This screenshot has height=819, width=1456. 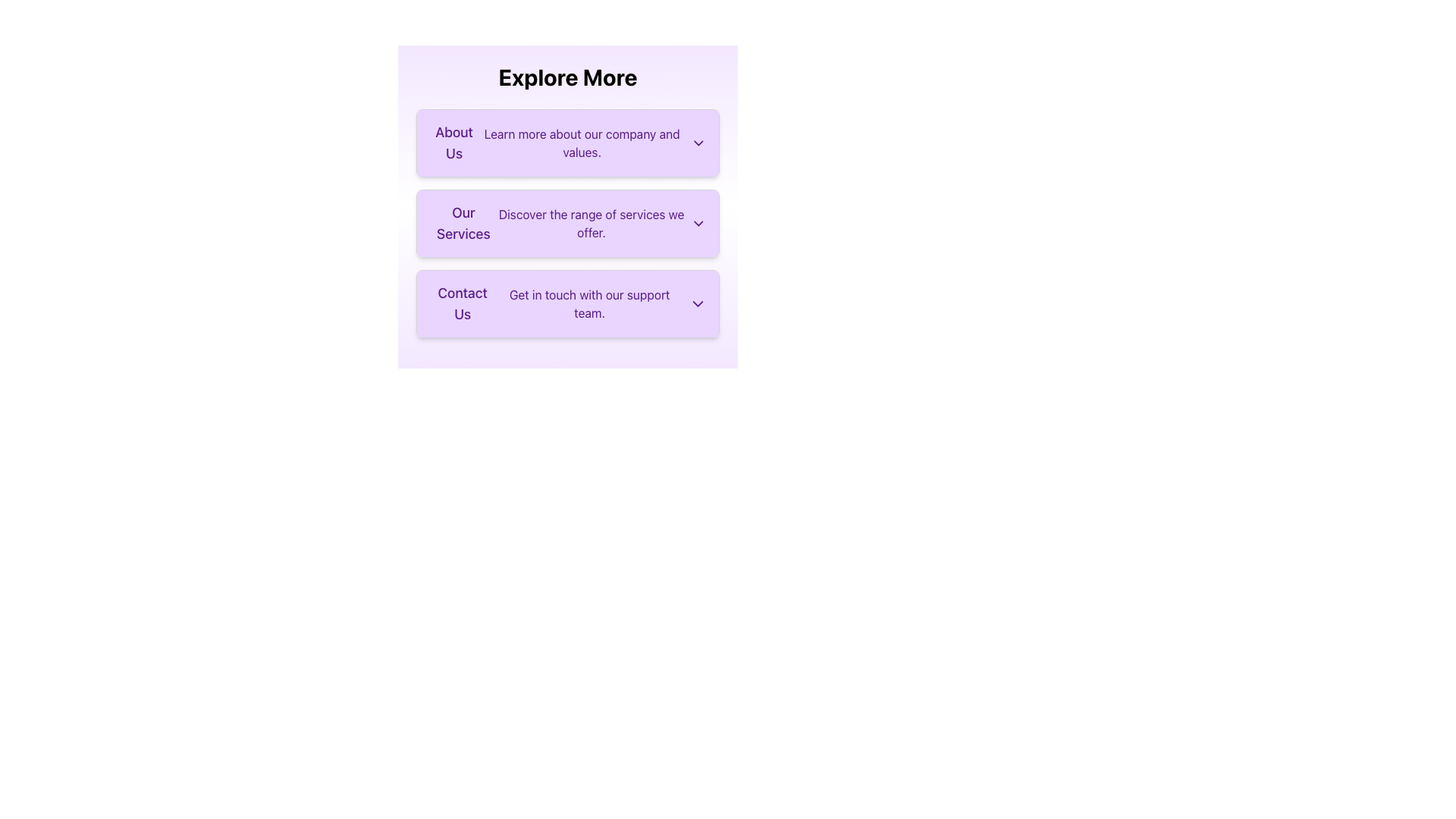 What do you see at coordinates (566, 143) in the screenshot?
I see `the first Interactive List Item or Button located under the 'Explore More' heading to read the displayed text about the company's background and values` at bounding box center [566, 143].